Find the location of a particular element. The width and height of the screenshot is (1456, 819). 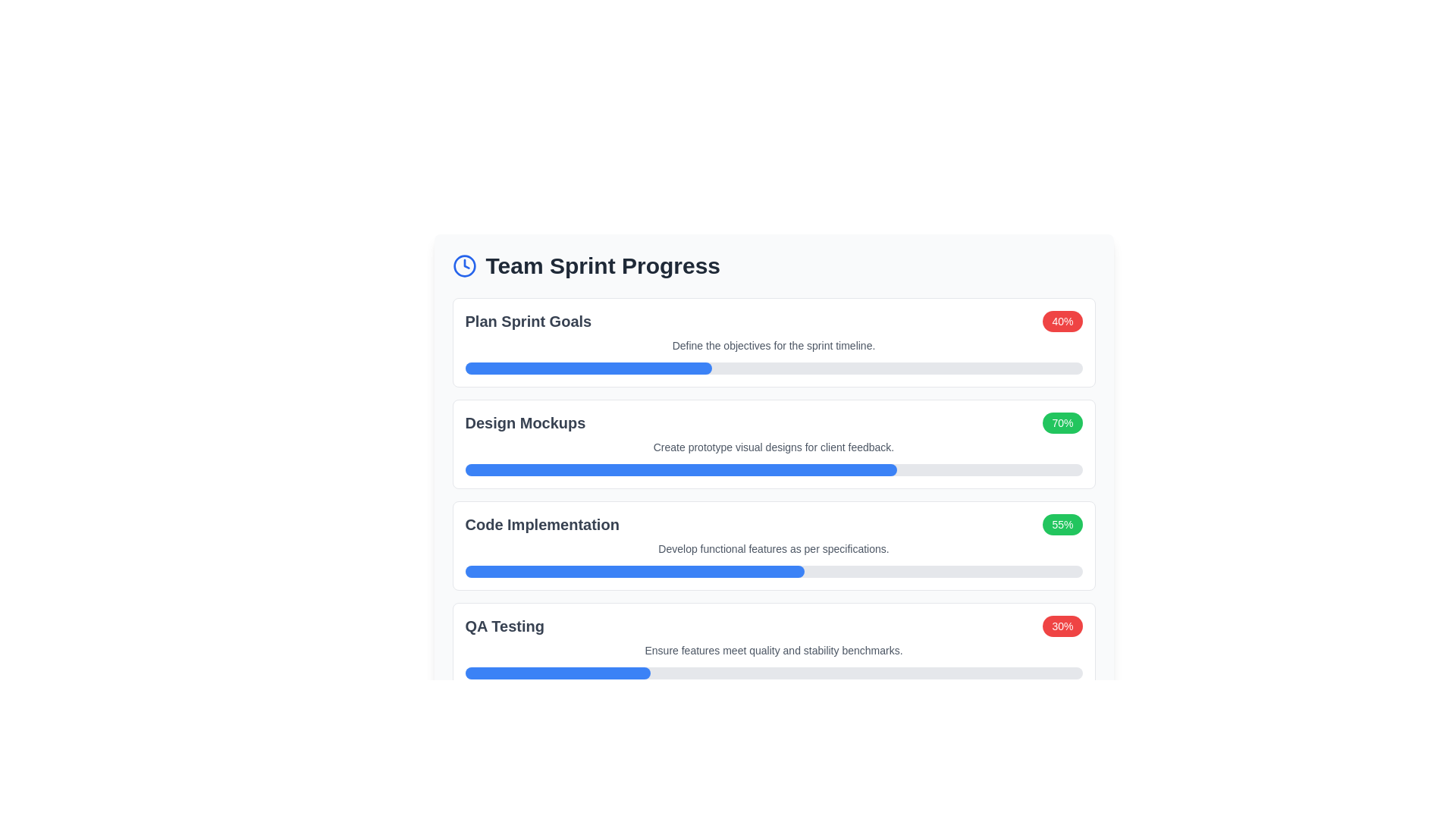

the static informational display titled 'Code Implementation' which includes a progress indicator showing '55%' is located at coordinates (773, 523).